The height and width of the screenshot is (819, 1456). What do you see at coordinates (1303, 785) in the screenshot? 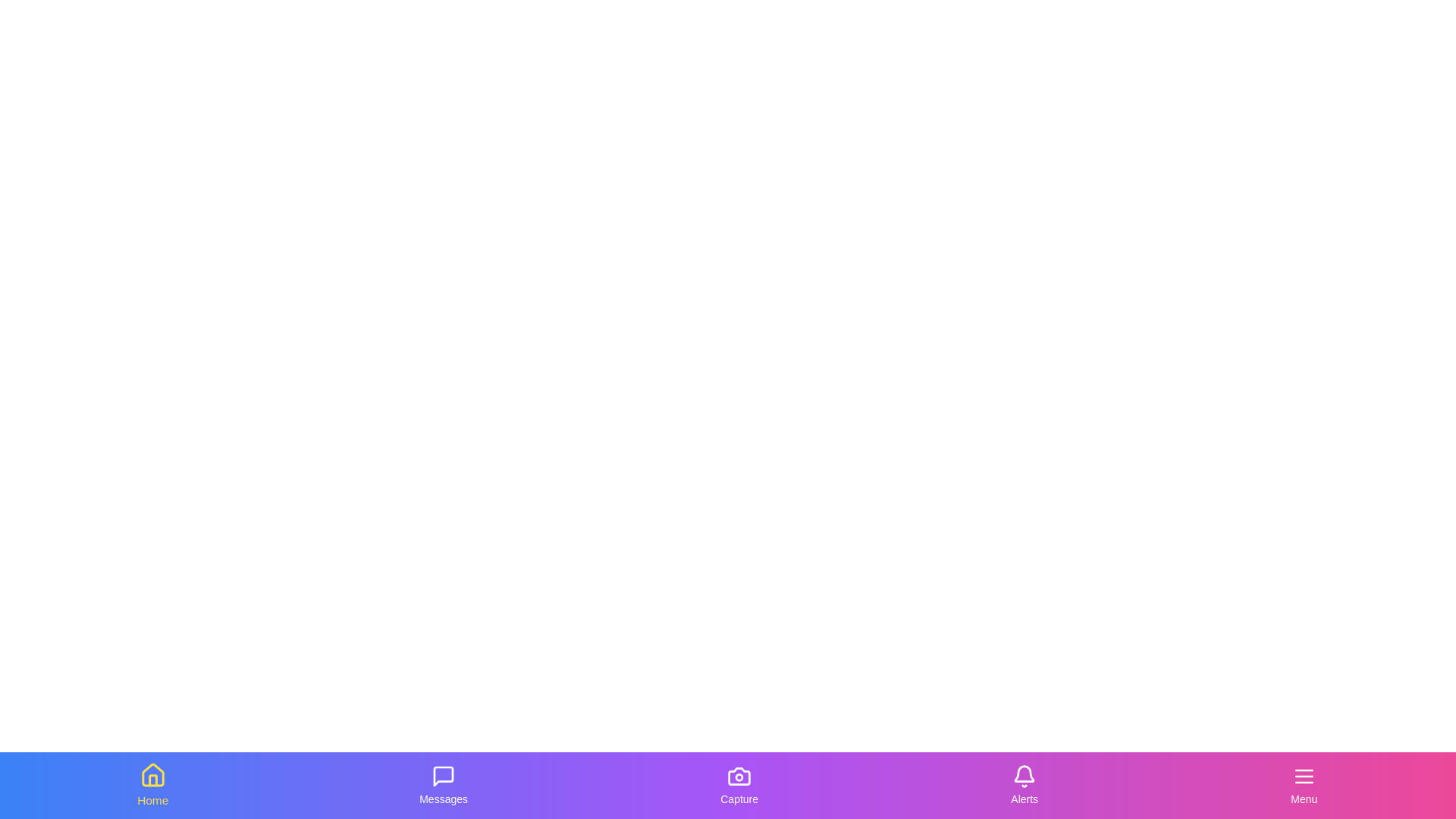
I see `the Menu tab by clicking on its icon or label` at bounding box center [1303, 785].